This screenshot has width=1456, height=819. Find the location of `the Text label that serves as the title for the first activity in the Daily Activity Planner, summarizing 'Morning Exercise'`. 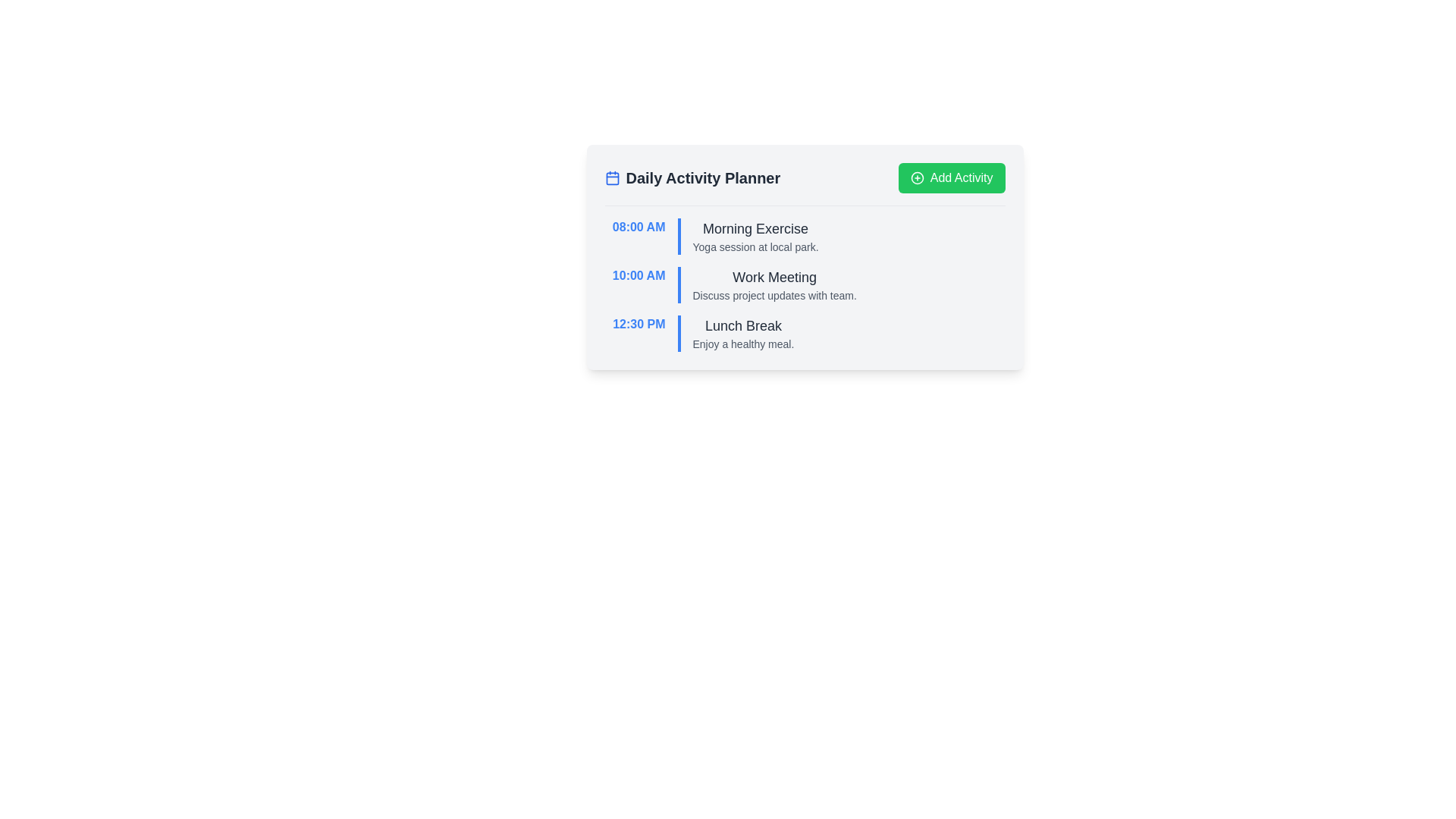

the Text label that serves as the title for the first activity in the Daily Activity Planner, summarizing 'Morning Exercise' is located at coordinates (755, 228).